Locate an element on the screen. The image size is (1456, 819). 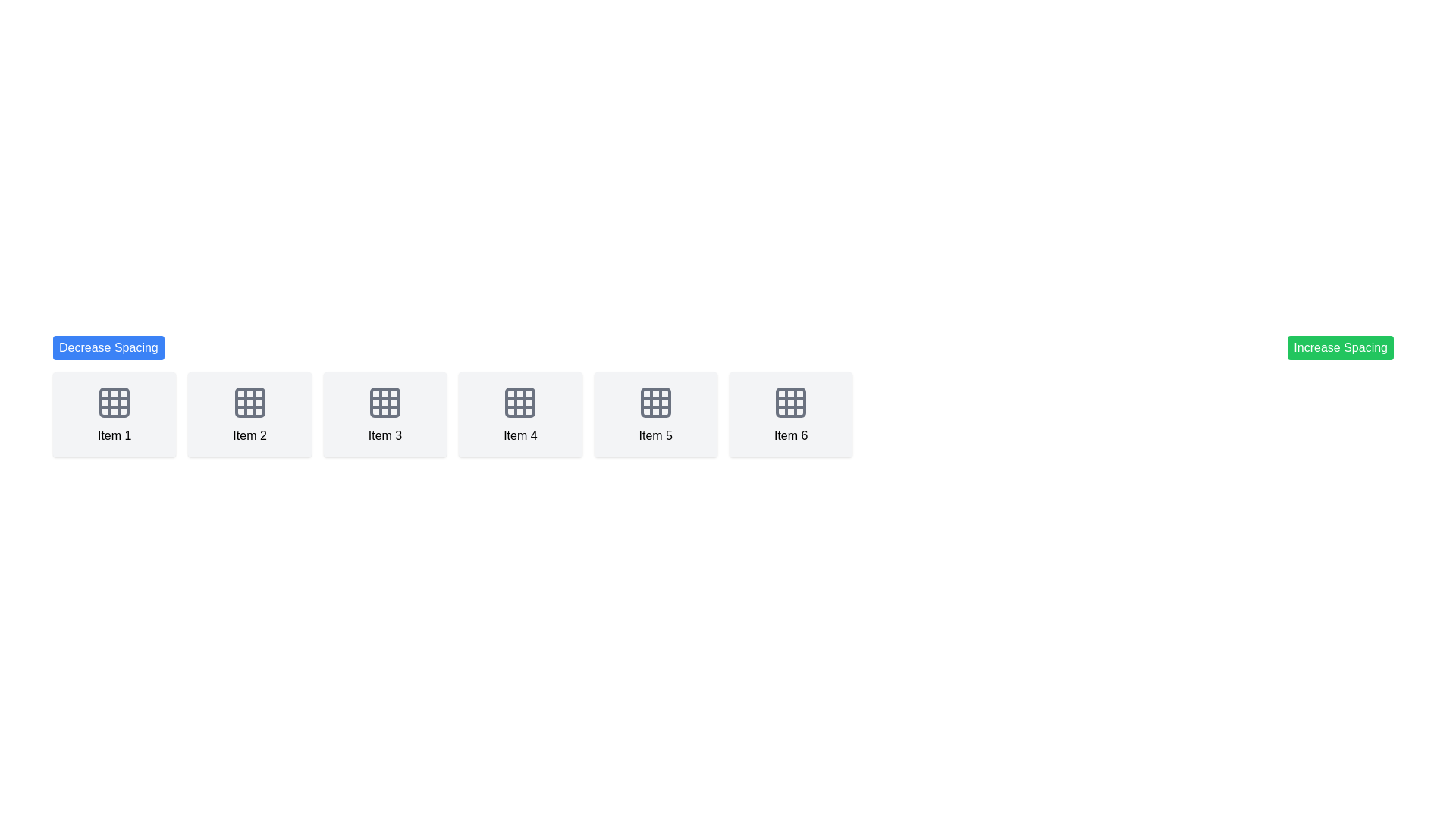
the label located at the bottom-center of the sixth card in a series of six, which identifies the item represented by the card is located at coordinates (790, 435).